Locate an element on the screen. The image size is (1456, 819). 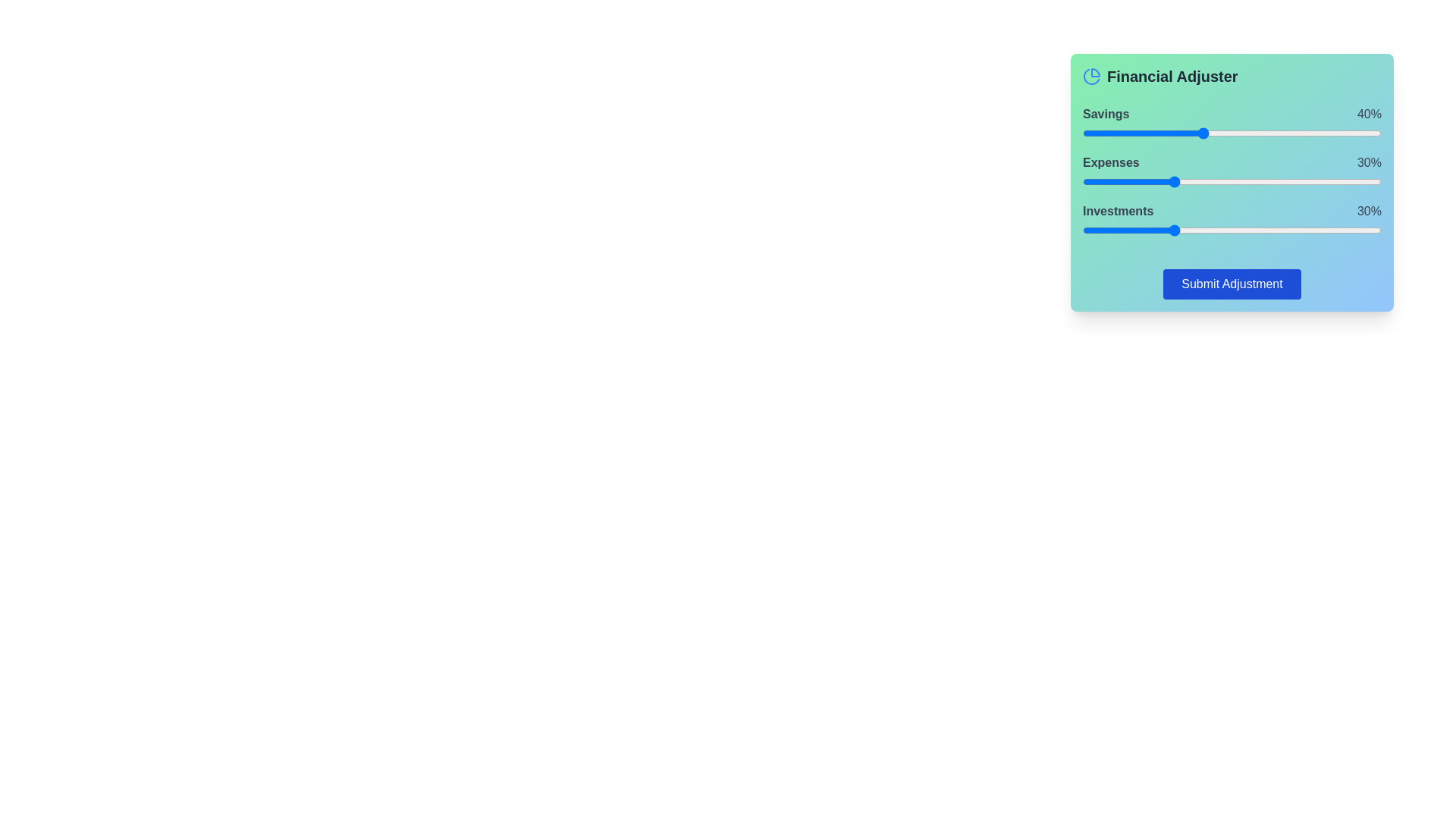
the savings slider to set the percentage to 16 is located at coordinates (1131, 133).